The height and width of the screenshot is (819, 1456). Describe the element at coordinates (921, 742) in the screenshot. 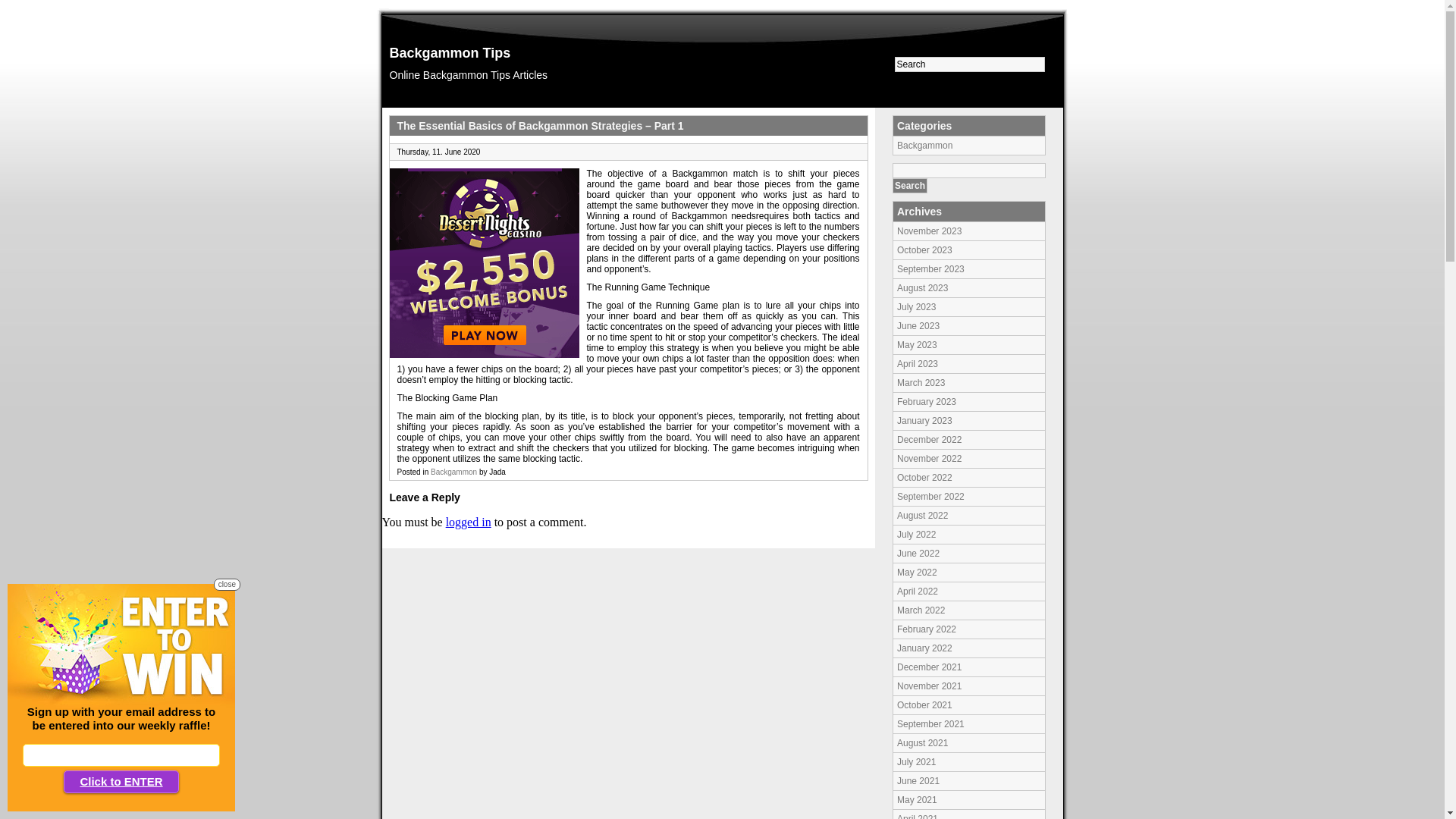

I see `'August 2021'` at that location.